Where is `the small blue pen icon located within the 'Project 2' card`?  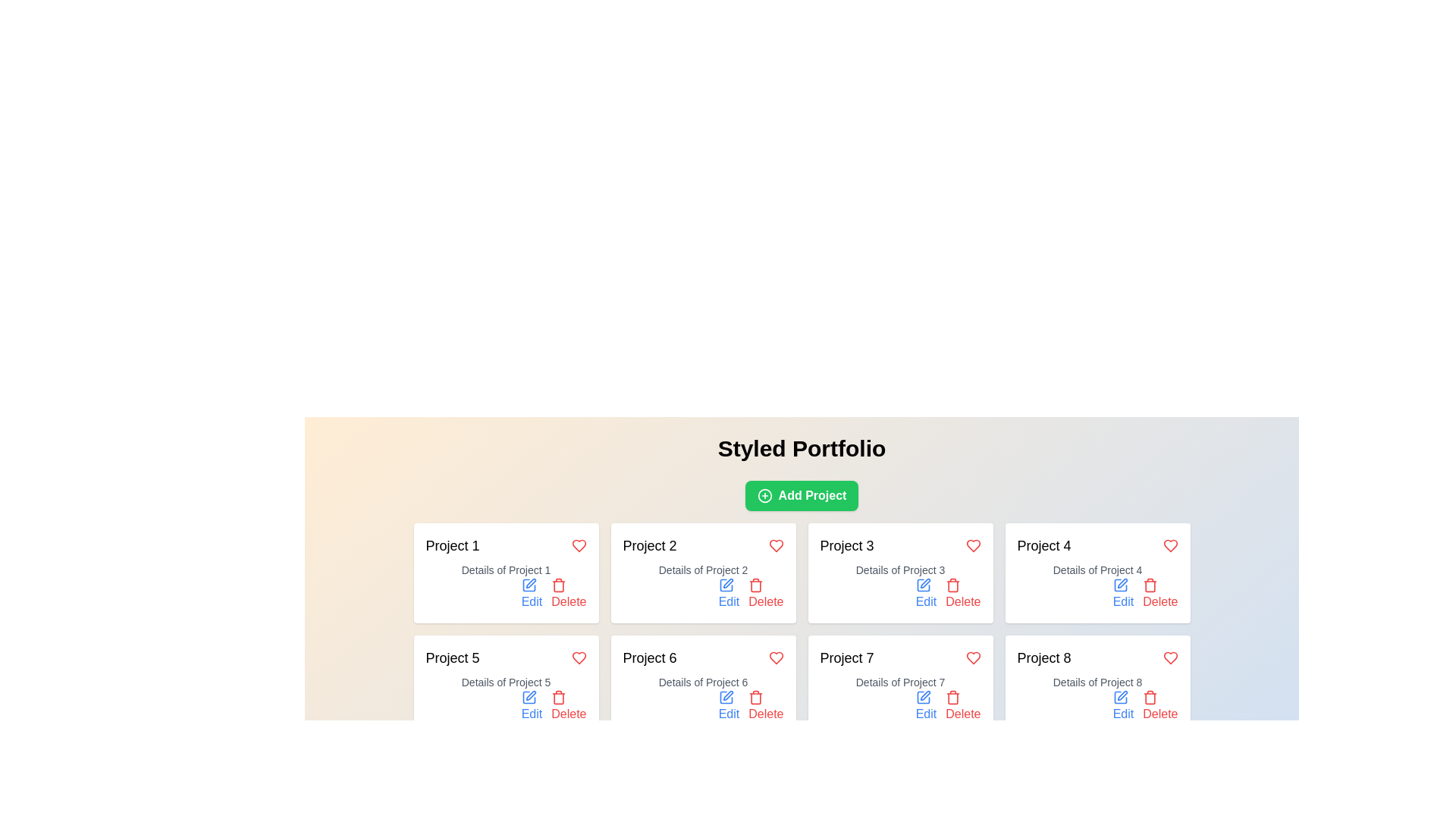 the small blue pen icon located within the 'Project 2' card is located at coordinates (725, 584).